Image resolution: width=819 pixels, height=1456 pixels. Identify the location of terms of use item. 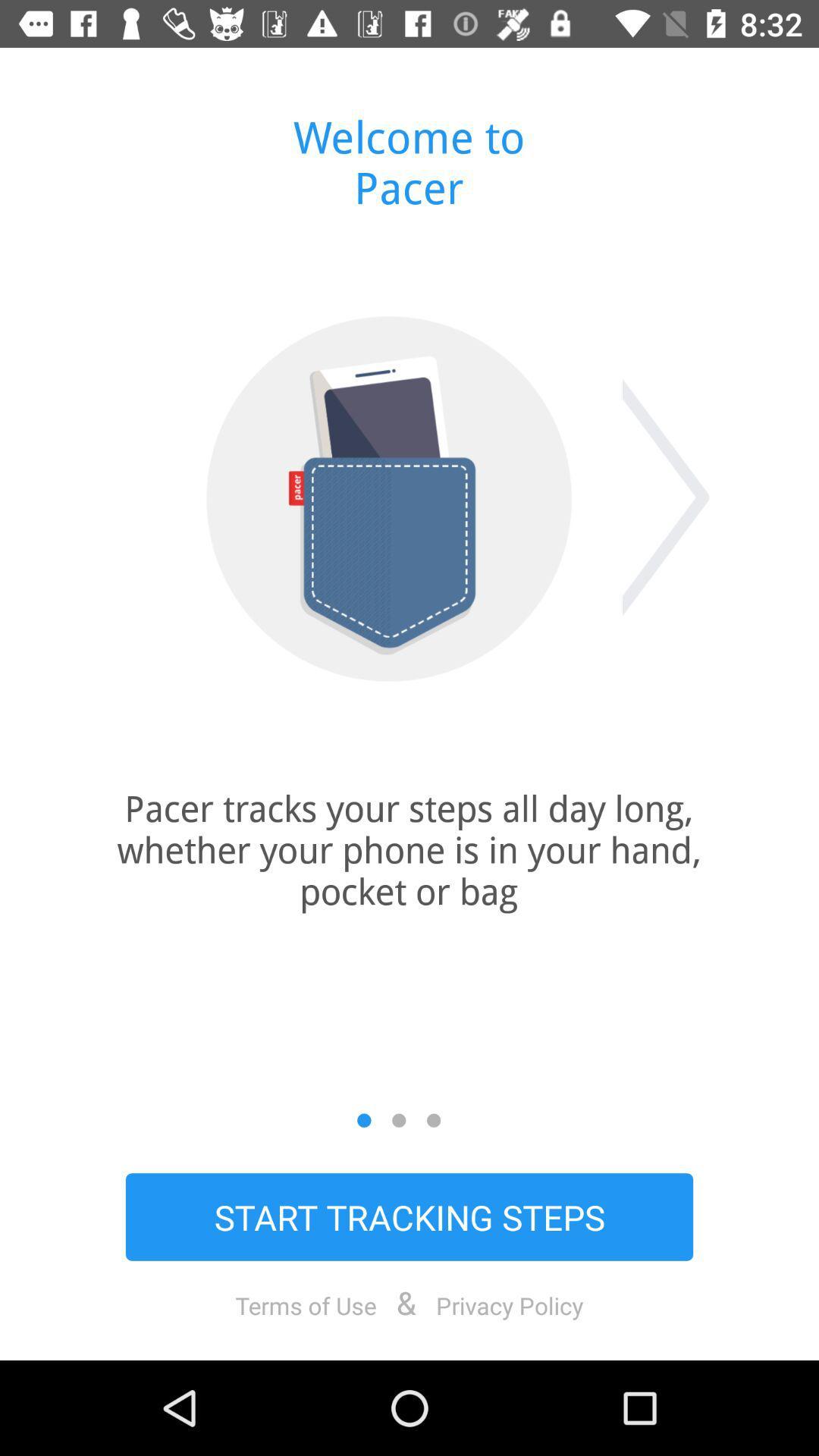
(306, 1304).